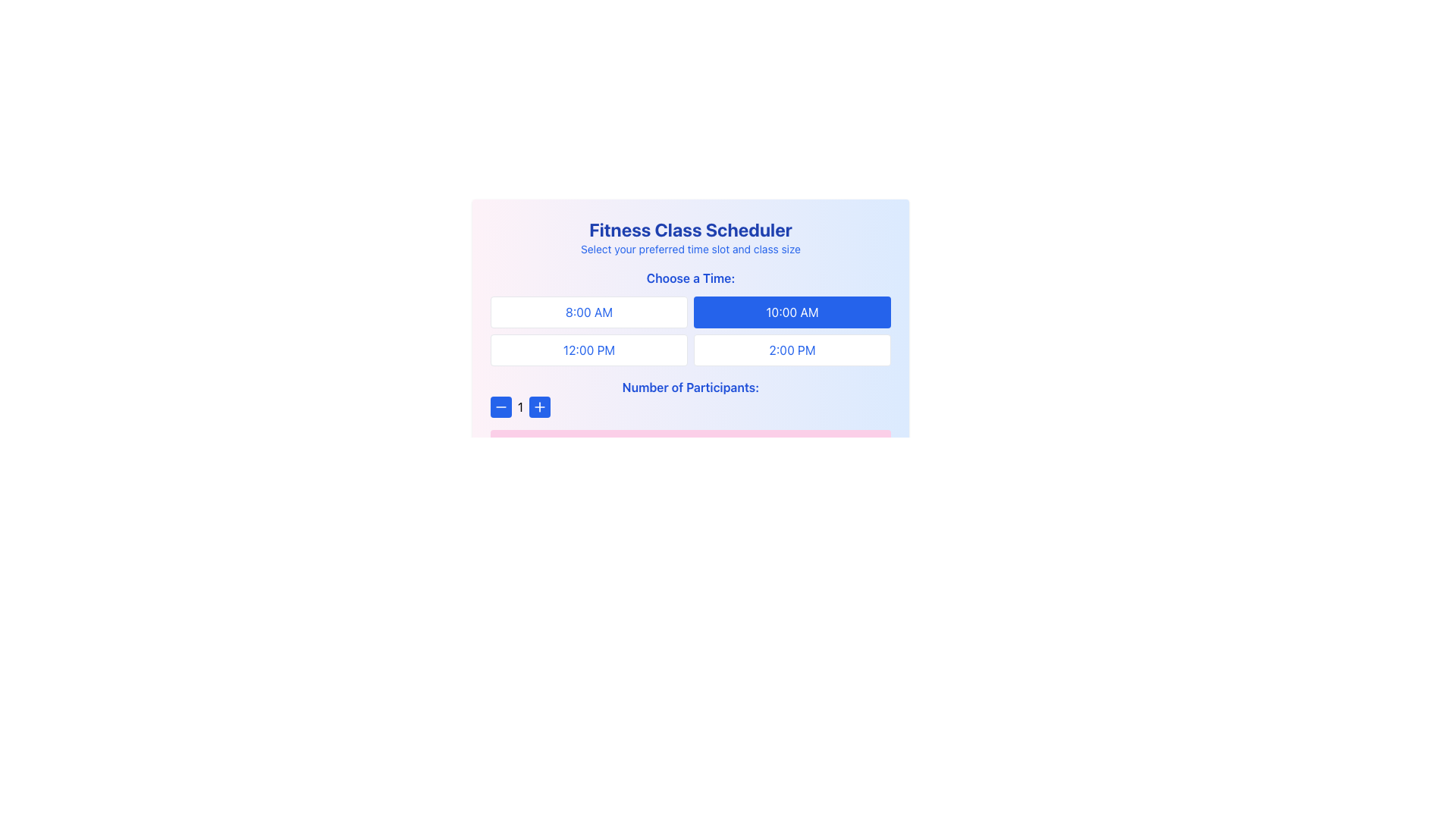  Describe the element at coordinates (690, 278) in the screenshot. I see `the text label stating 'Choose a Time:' which is styled with bold and blue text, located above the time selection grid` at that location.